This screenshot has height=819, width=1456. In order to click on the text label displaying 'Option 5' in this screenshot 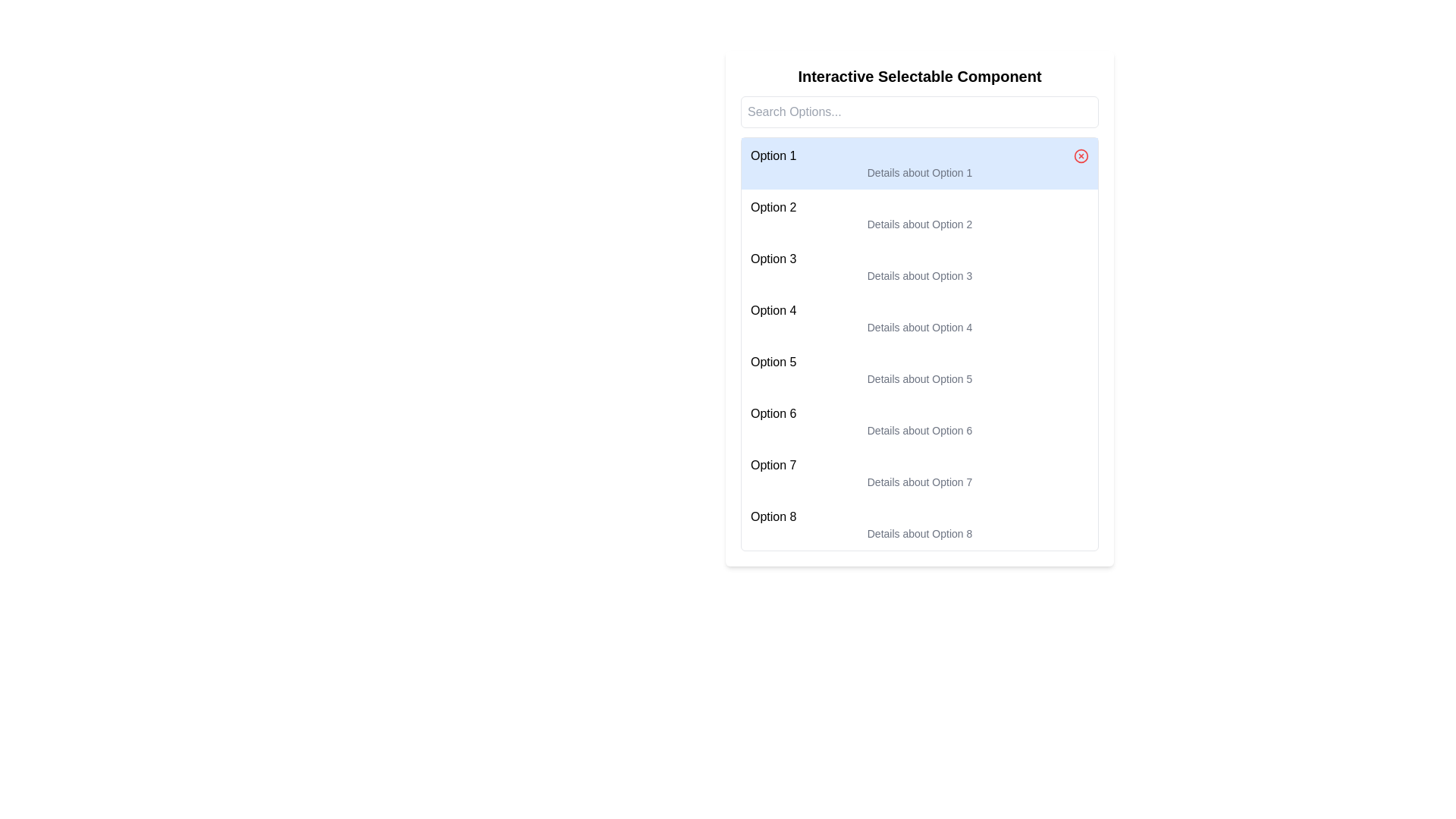, I will do `click(773, 362)`.